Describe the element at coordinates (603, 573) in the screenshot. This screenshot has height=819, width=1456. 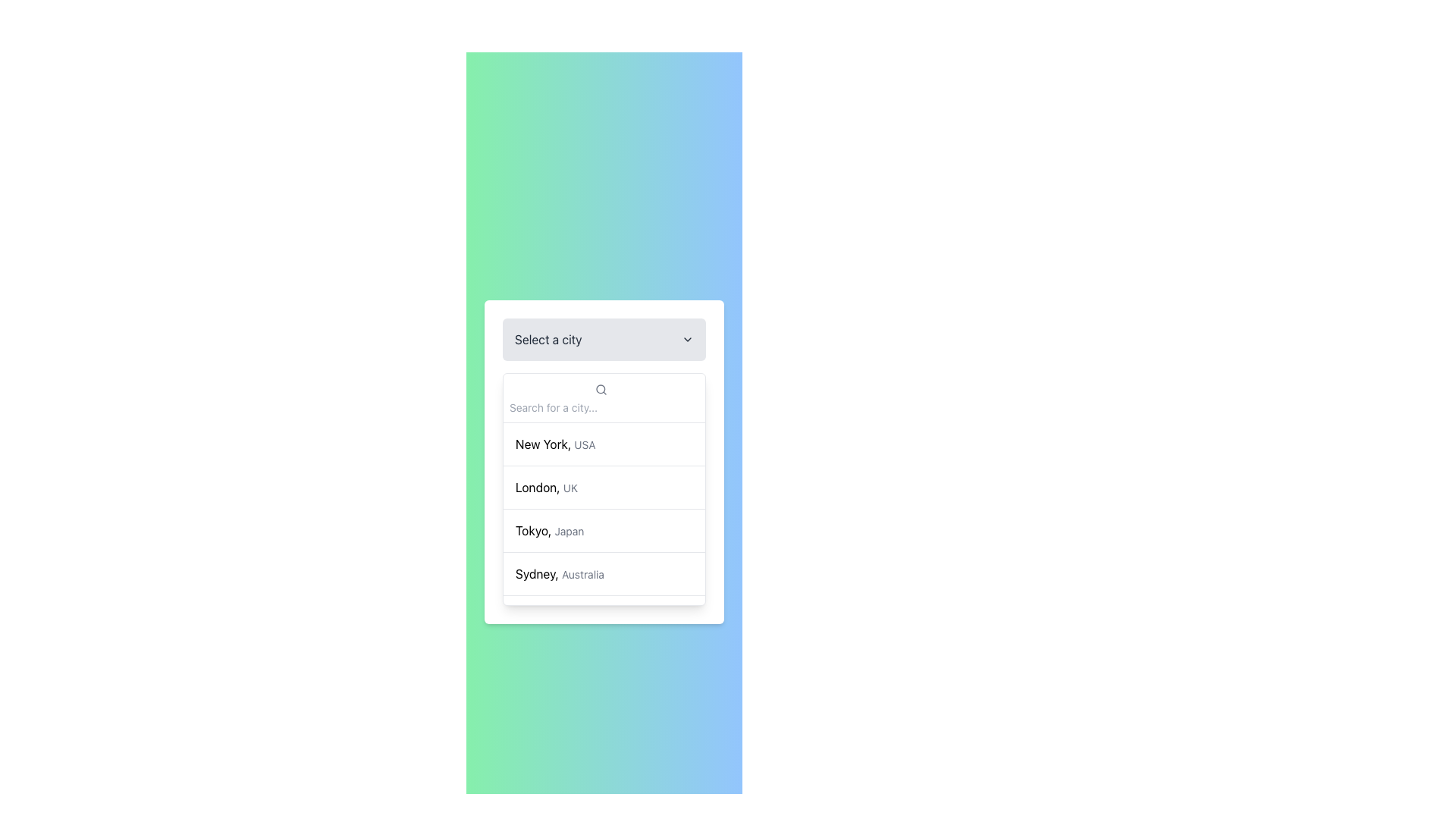
I see `the dropdown list item for 'Sydney, Australia', which is the fourth item in the list, located below 'Tokyo, Japan' and above 'Paris, France'` at that location.